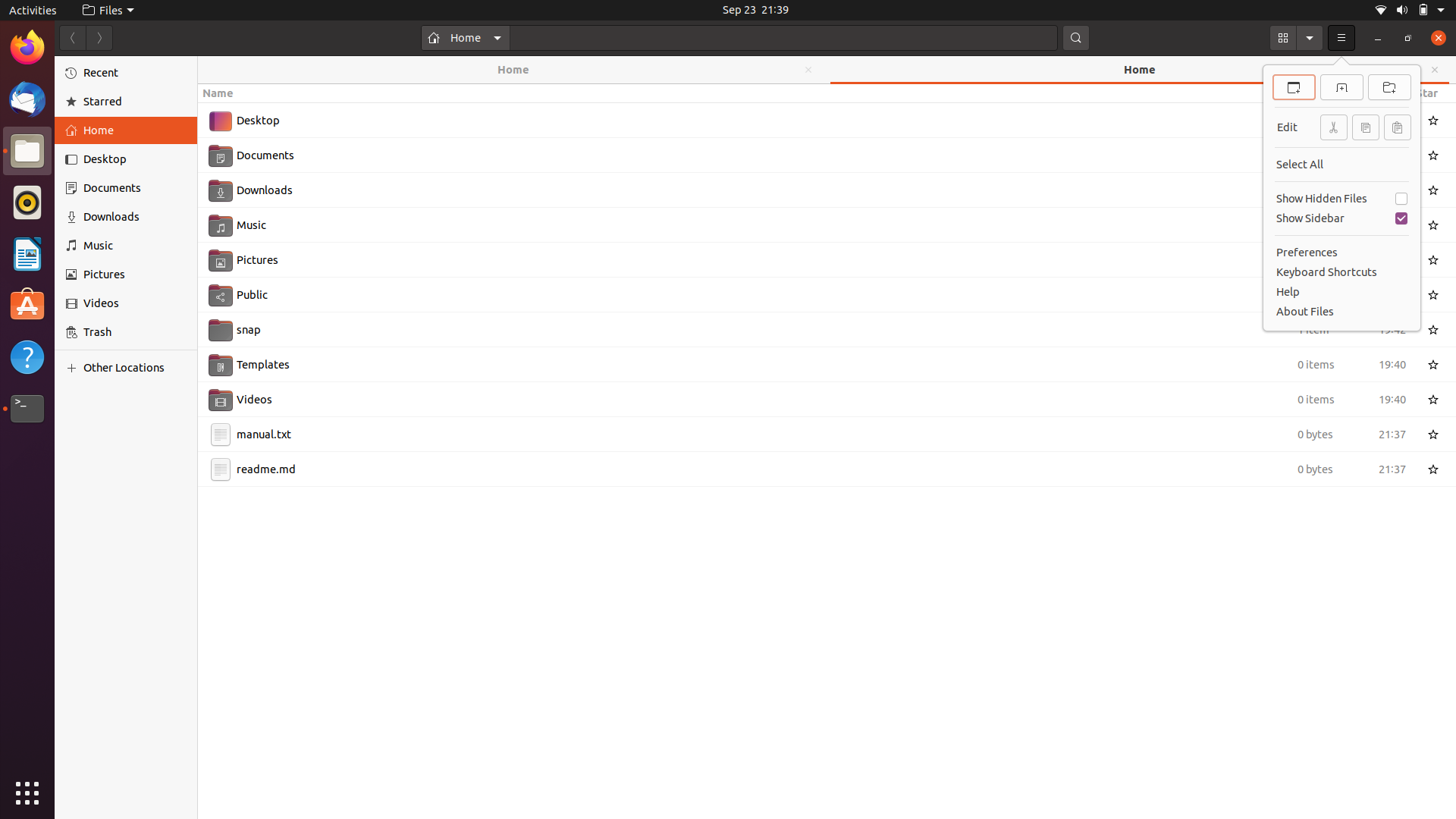 This screenshot has height=819, width=1456. I want to click on the "Help" section with mouse click, so click(1340, 291).